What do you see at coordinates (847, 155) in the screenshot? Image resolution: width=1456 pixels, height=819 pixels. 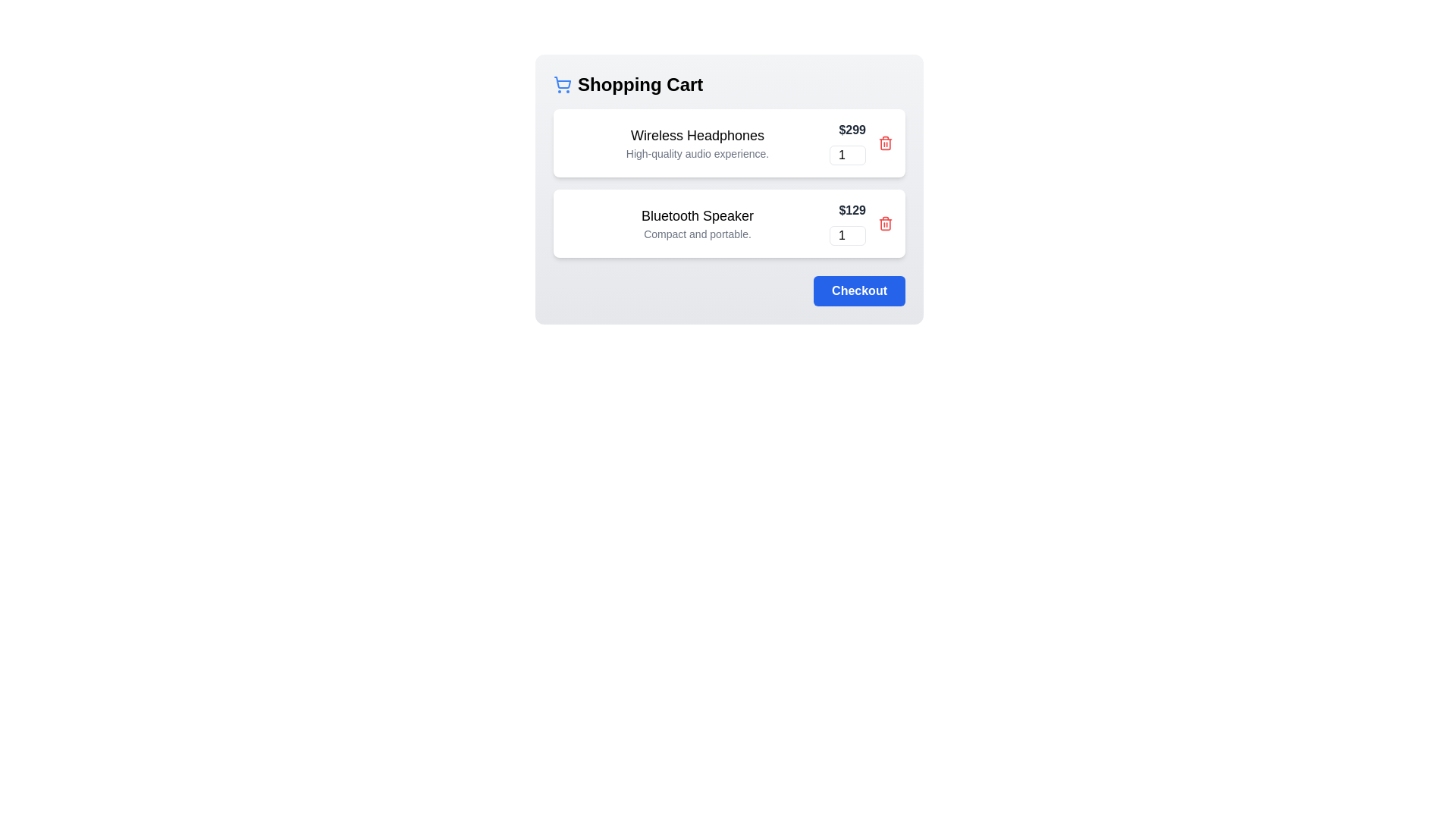 I see `the quantity of the item to 89 by interacting with the input field` at bounding box center [847, 155].